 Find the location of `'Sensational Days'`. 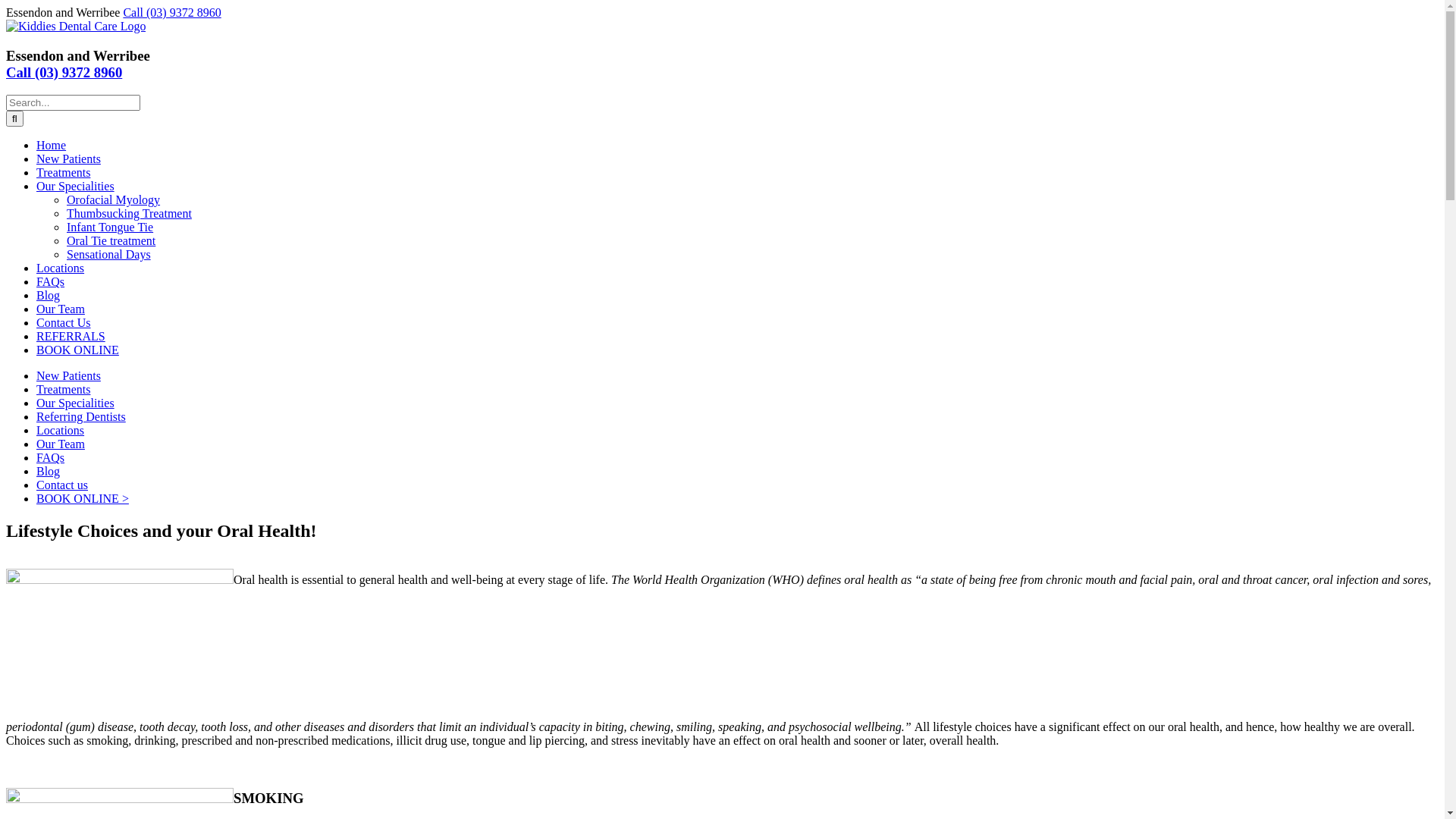

'Sensational Days' is located at coordinates (108, 253).